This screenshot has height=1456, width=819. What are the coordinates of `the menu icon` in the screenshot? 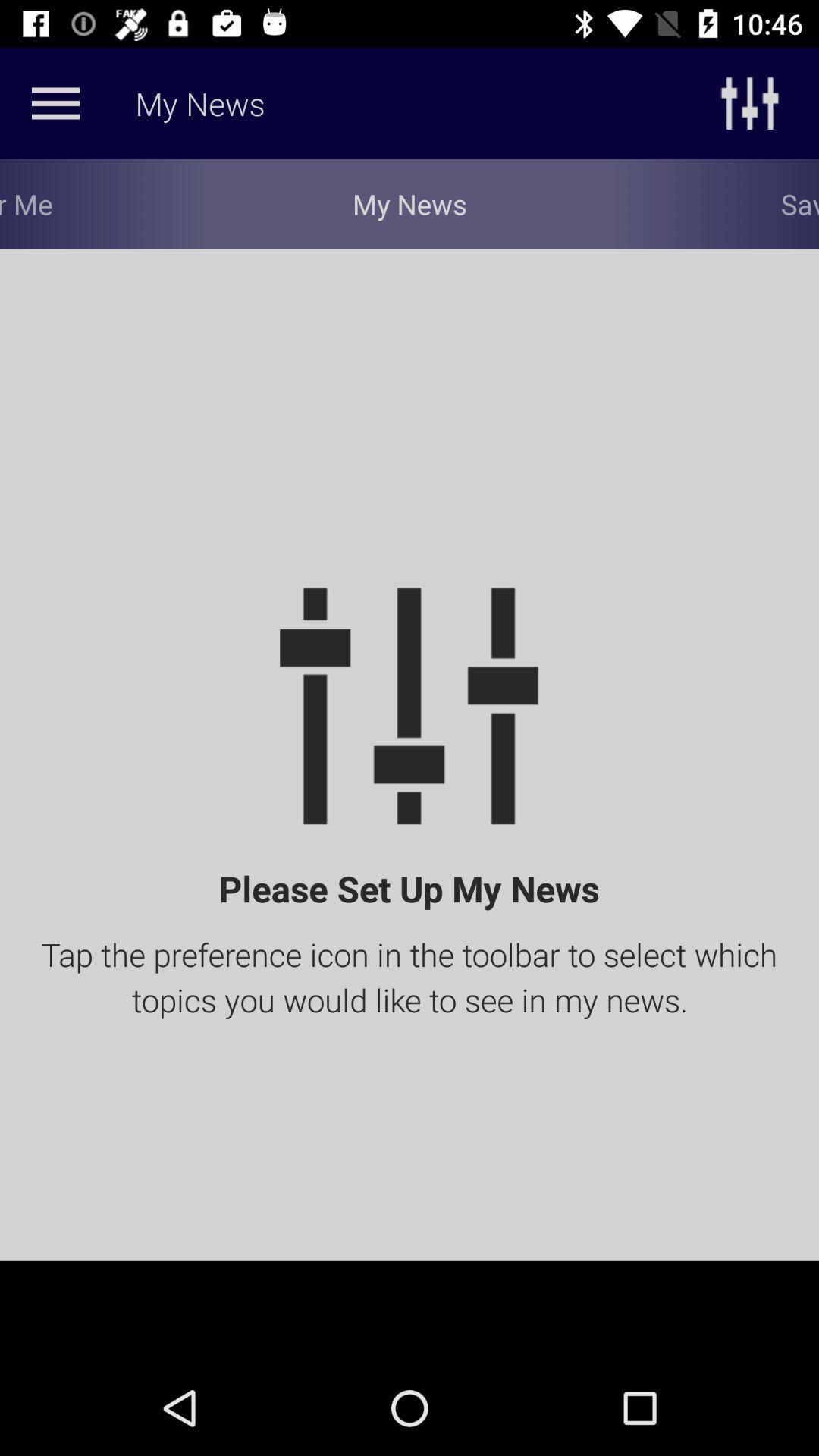 It's located at (55, 102).